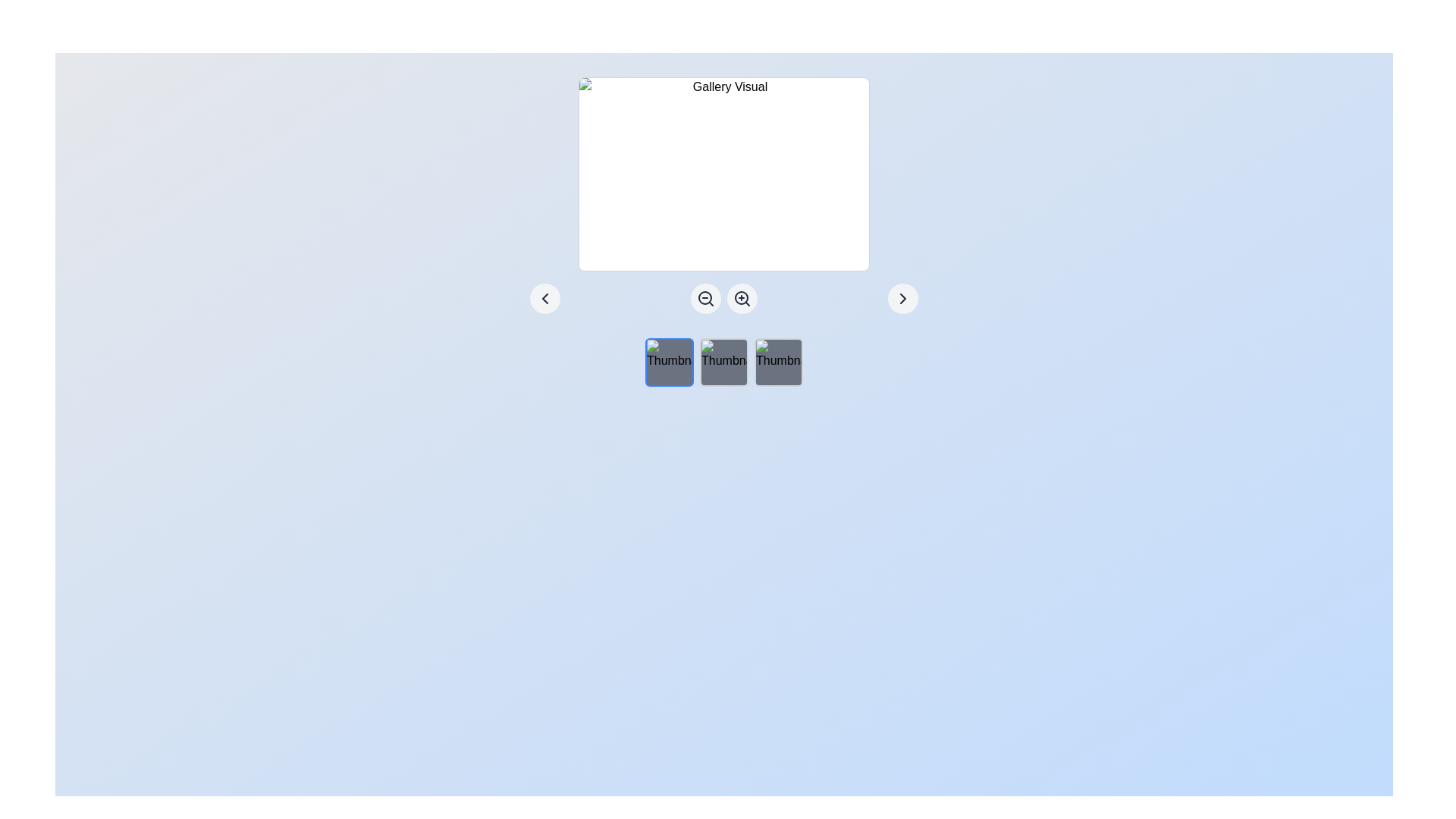 The height and width of the screenshot is (819, 1456). Describe the element at coordinates (779, 362) in the screenshot. I see `the thumbnail image` at that location.